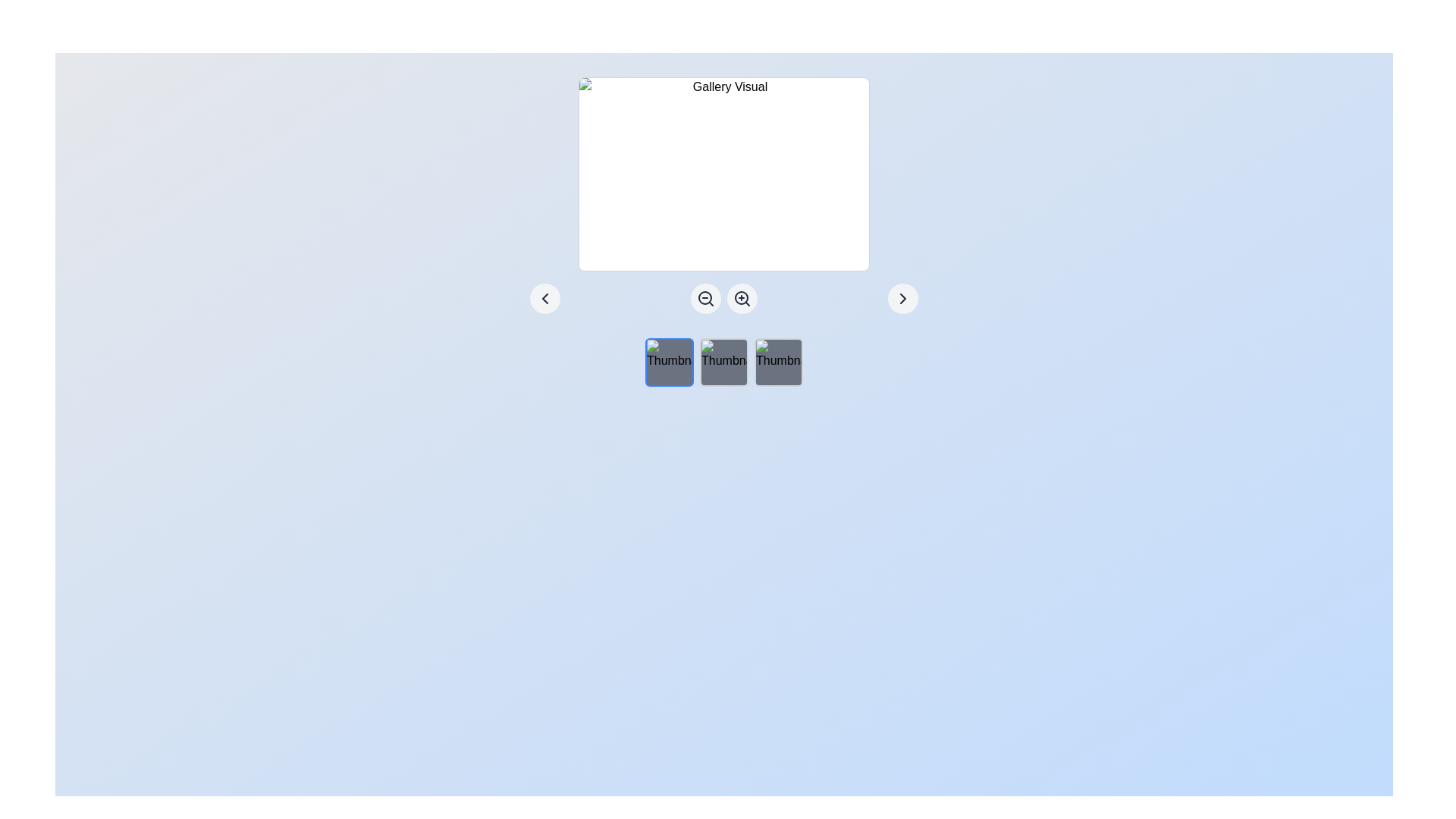 The height and width of the screenshot is (819, 1456). Describe the element at coordinates (779, 362) in the screenshot. I see `the thumbnail image` at that location.